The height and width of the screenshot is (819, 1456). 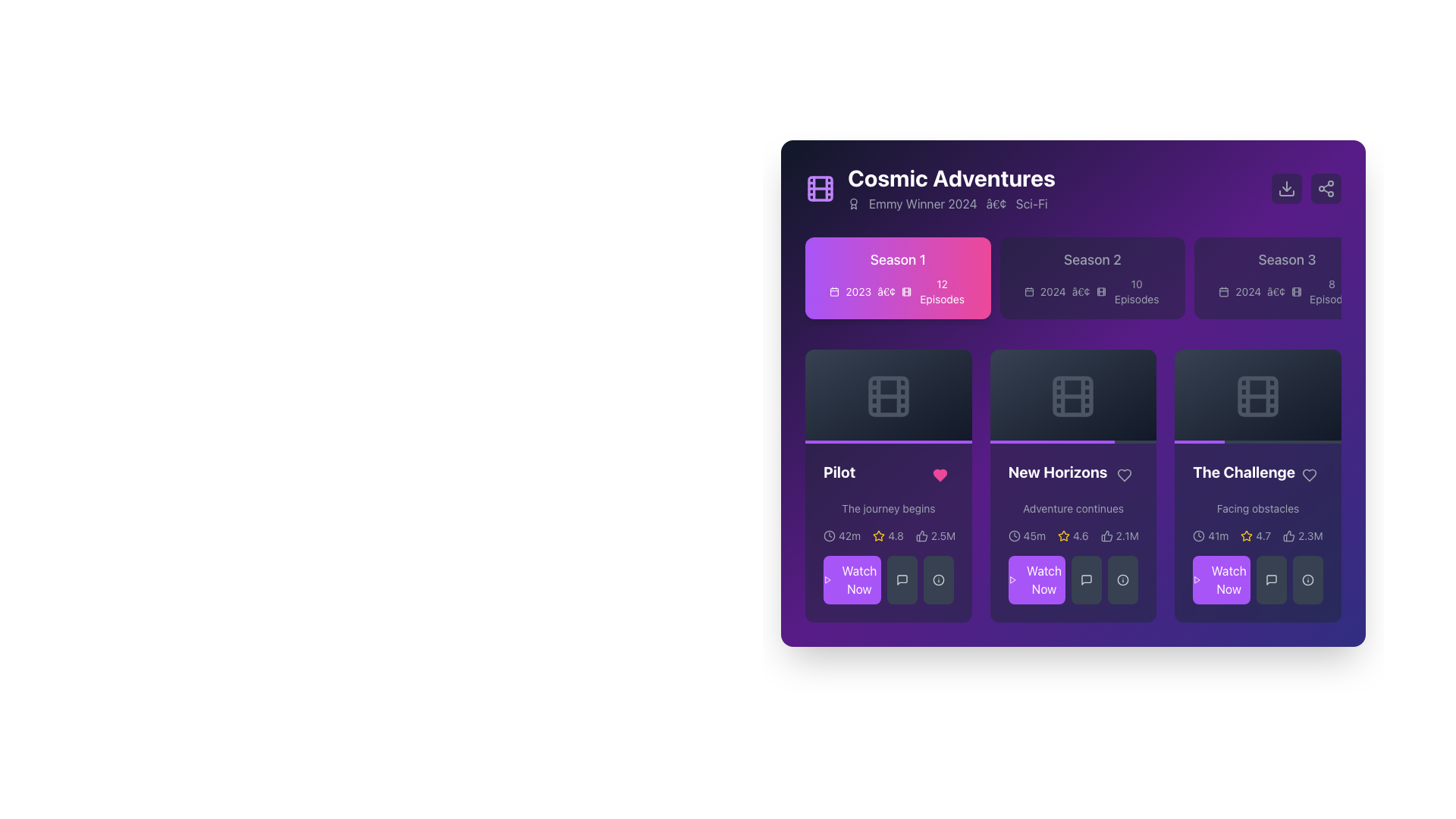 I want to click on the media image placeholder with a film reel icon located in the middle of the episode grid, so click(x=1072, y=395).